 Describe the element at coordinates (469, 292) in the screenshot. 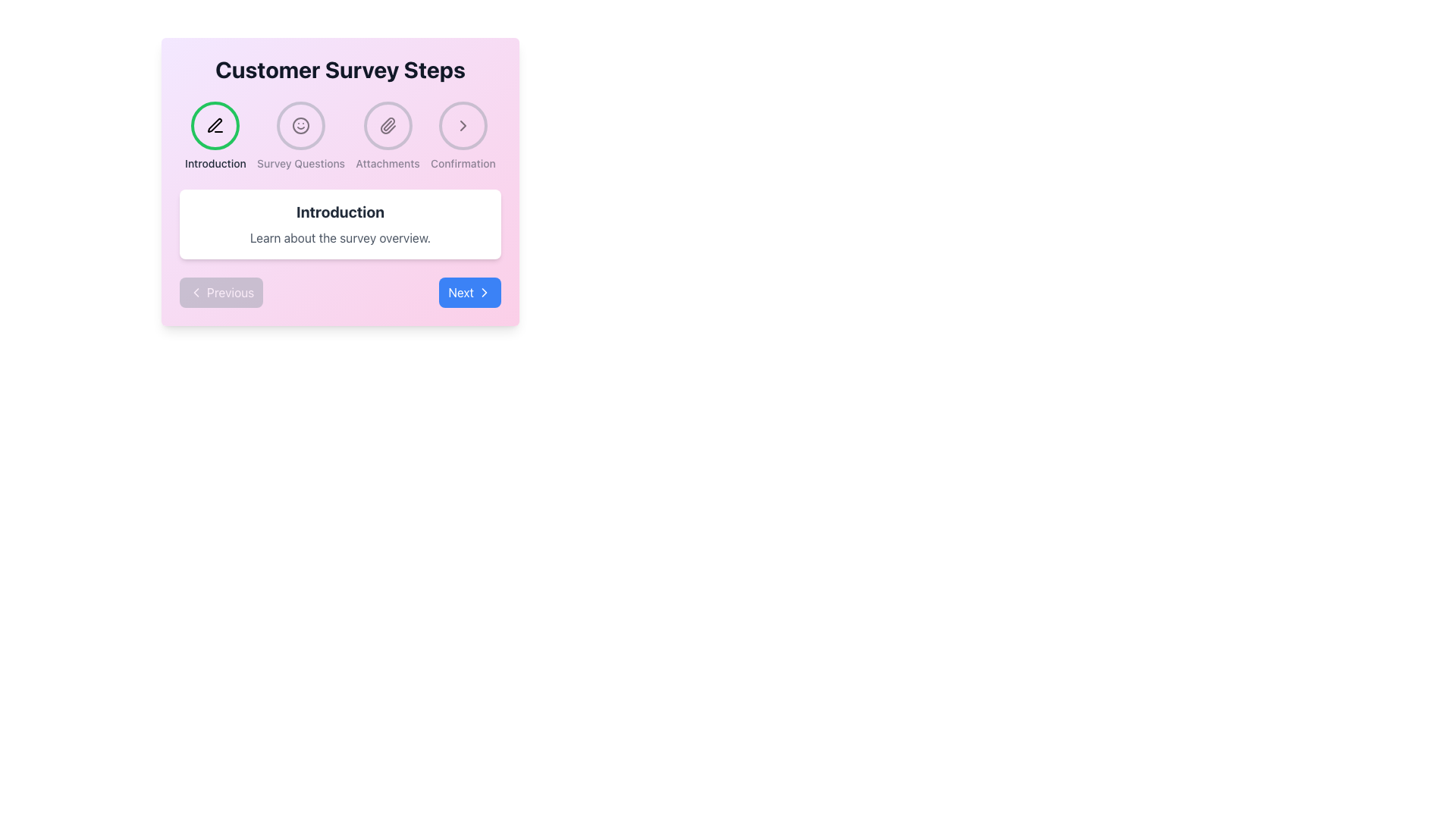

I see `the 'Next' button, which is a rectangular button with a blue background and white text, located in the bottom-right corner of the interface` at that location.